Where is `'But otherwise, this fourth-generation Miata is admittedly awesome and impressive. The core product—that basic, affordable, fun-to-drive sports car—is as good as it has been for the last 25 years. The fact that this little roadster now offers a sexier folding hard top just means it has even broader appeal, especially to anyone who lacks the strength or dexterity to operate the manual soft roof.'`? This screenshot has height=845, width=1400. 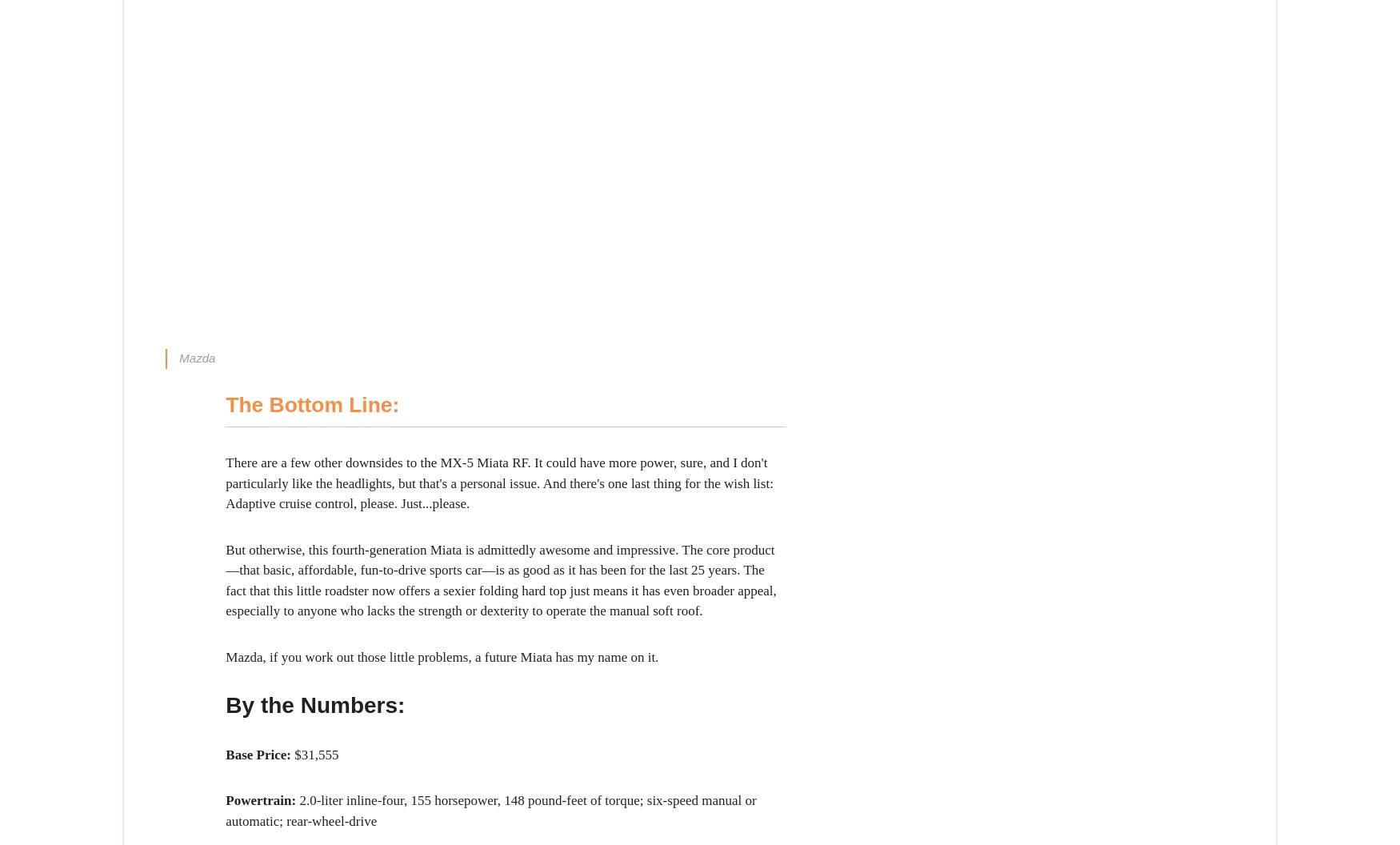
'But otherwise, this fourth-generation Miata is admittedly awesome and impressive. The core product—that basic, affordable, fun-to-drive sports car—is as good as it has been for the last 25 years. The fact that this little roadster now offers a sexier folding hard top just means it has even broader appeal, especially to anyone who lacks the strength or dexterity to operate the manual soft roof.' is located at coordinates (500, 580).